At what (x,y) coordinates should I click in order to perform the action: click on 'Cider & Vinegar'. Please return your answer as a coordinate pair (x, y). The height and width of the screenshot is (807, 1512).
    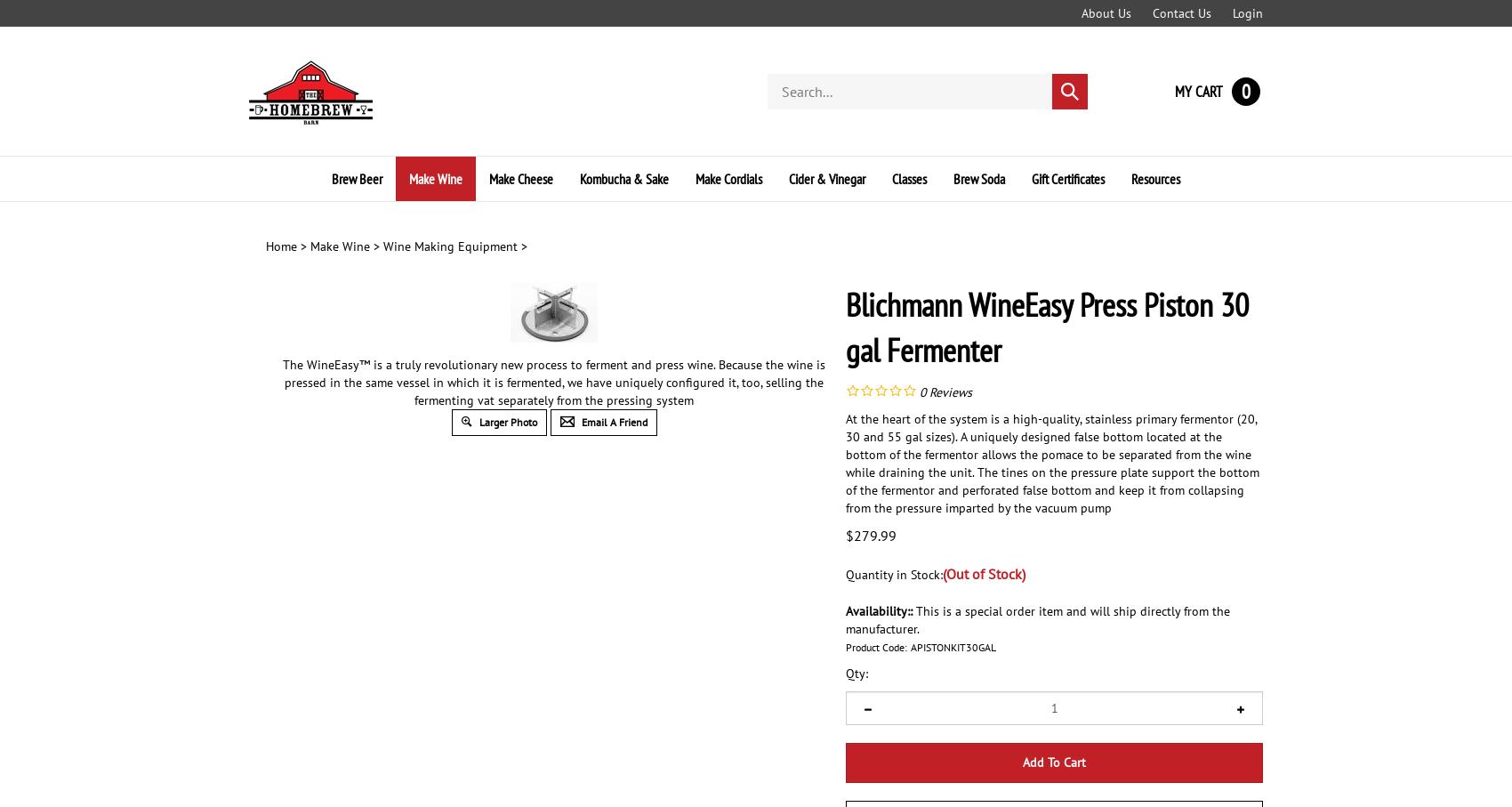
    Looking at the image, I should click on (827, 177).